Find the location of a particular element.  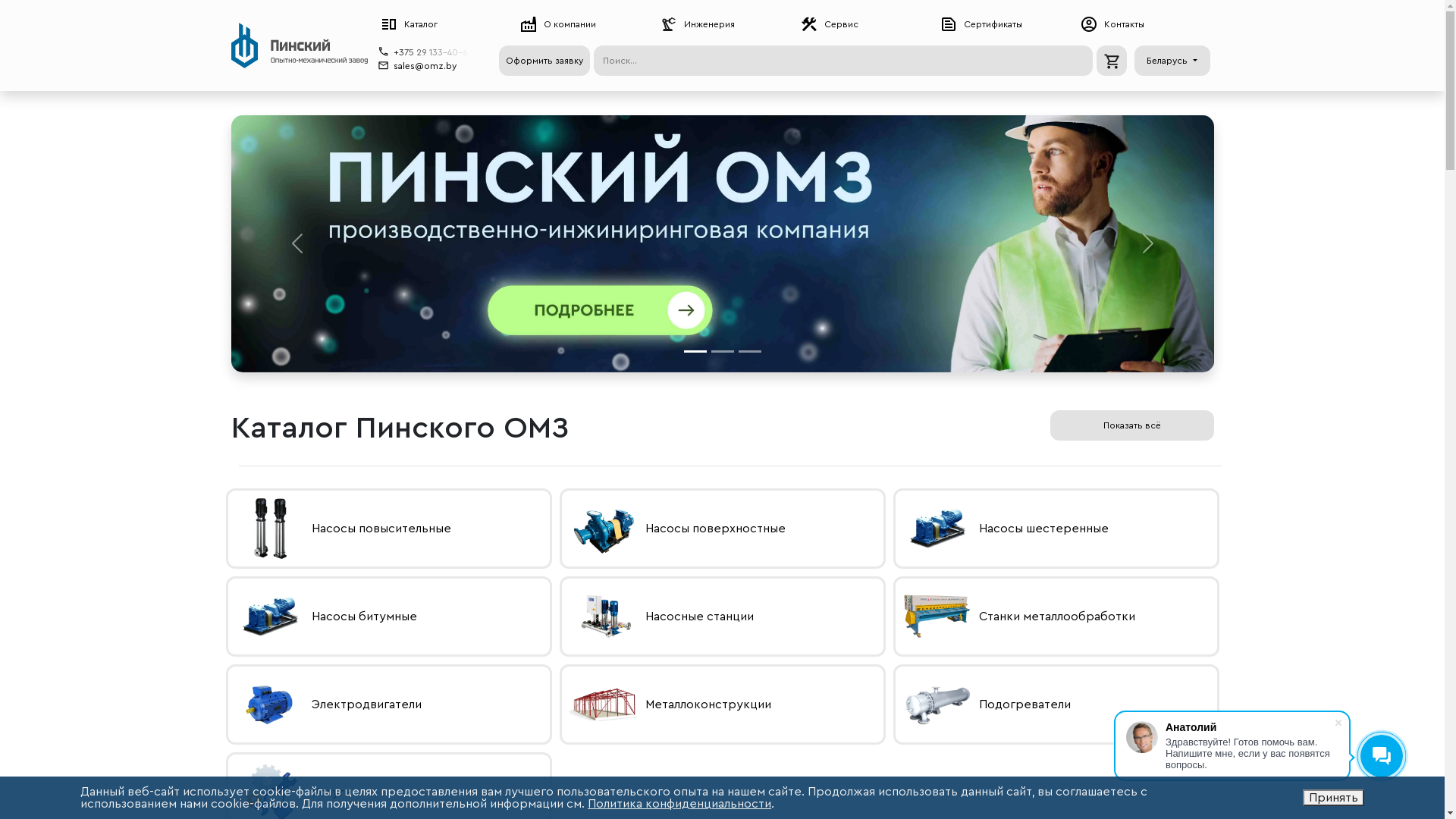

'Previous' is located at coordinates (296, 243).